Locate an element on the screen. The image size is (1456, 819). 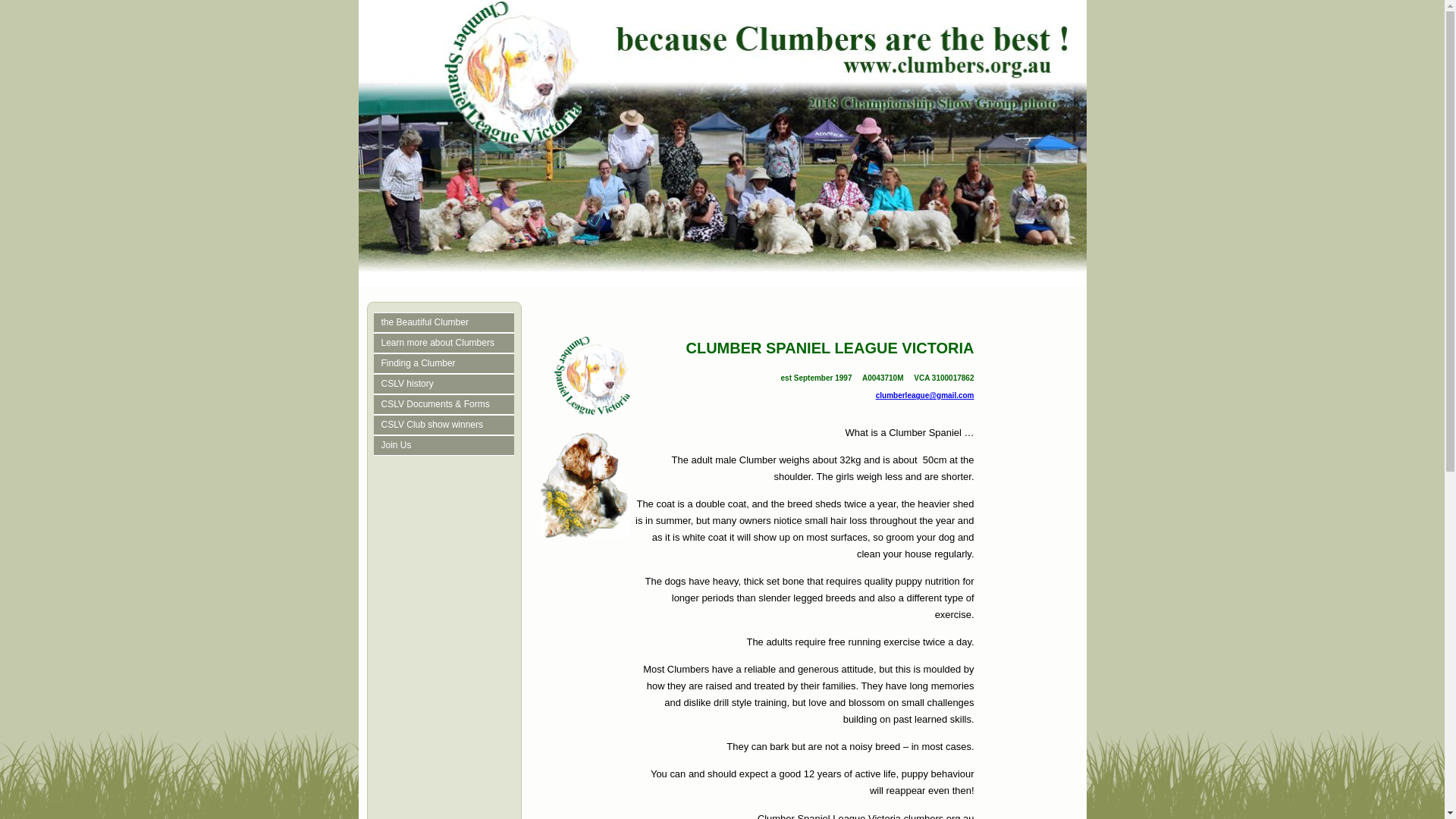
'Learn more about Clumbers' is located at coordinates (446, 343).